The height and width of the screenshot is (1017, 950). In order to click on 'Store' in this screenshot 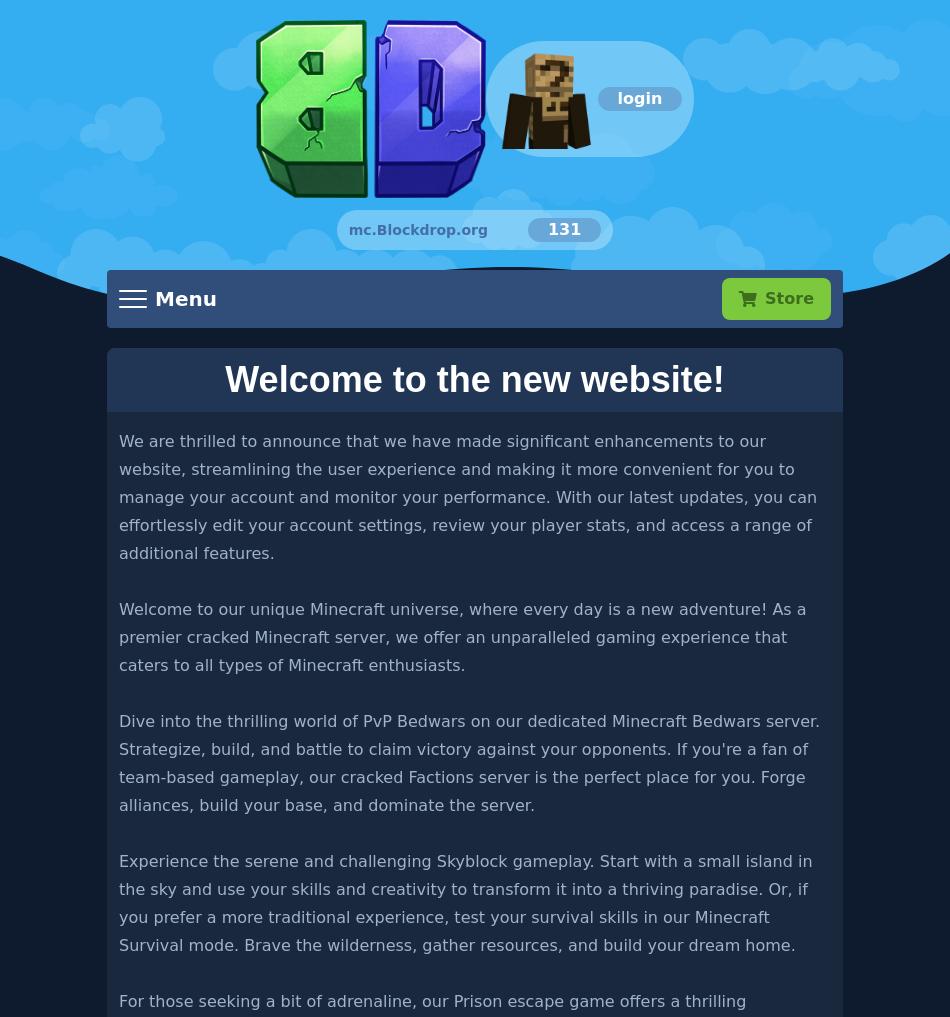, I will do `click(788, 297)`.